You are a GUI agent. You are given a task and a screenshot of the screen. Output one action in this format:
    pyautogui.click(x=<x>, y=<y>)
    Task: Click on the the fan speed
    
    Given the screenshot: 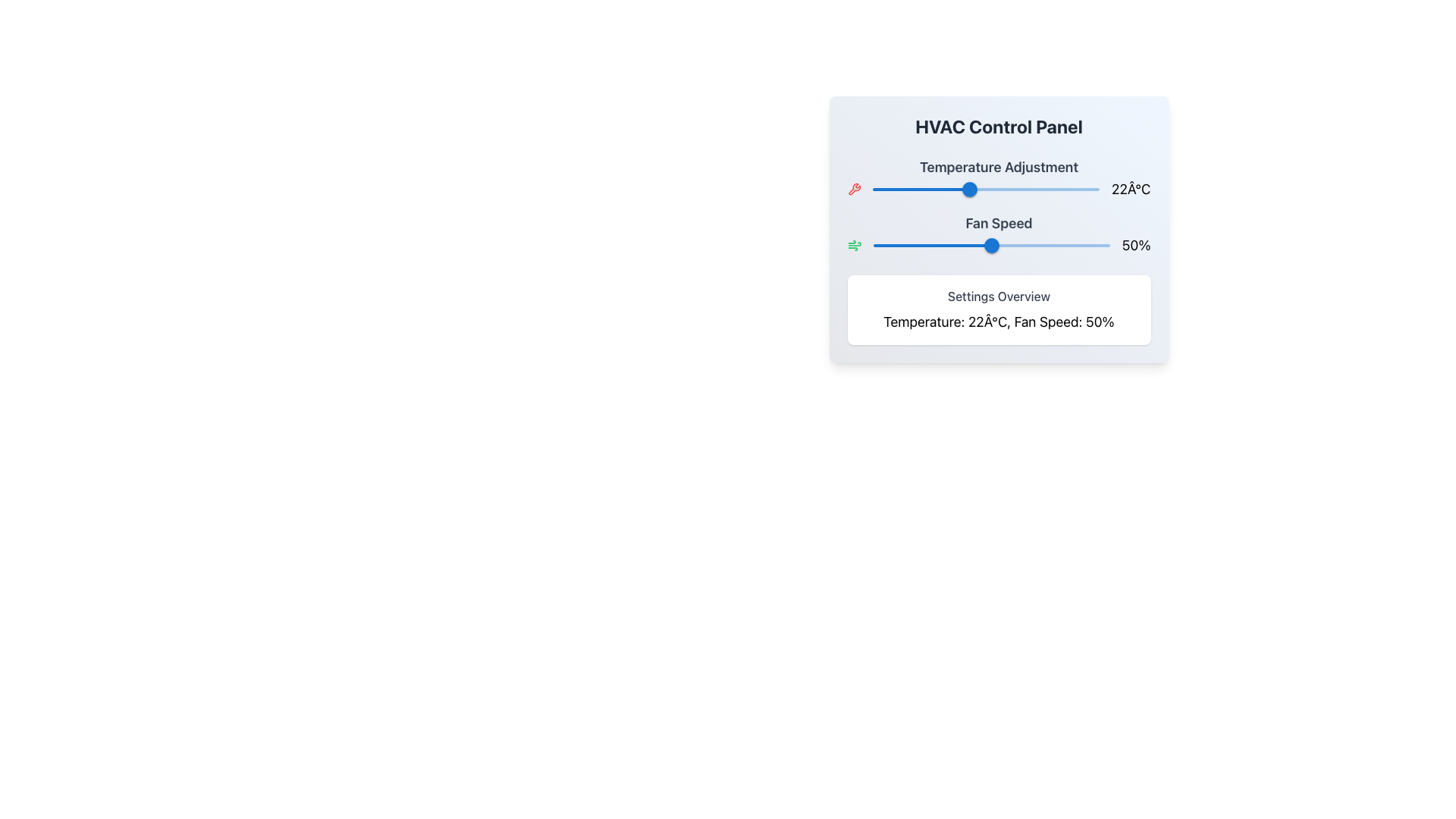 What is the action you would take?
    pyautogui.click(x=1055, y=245)
    